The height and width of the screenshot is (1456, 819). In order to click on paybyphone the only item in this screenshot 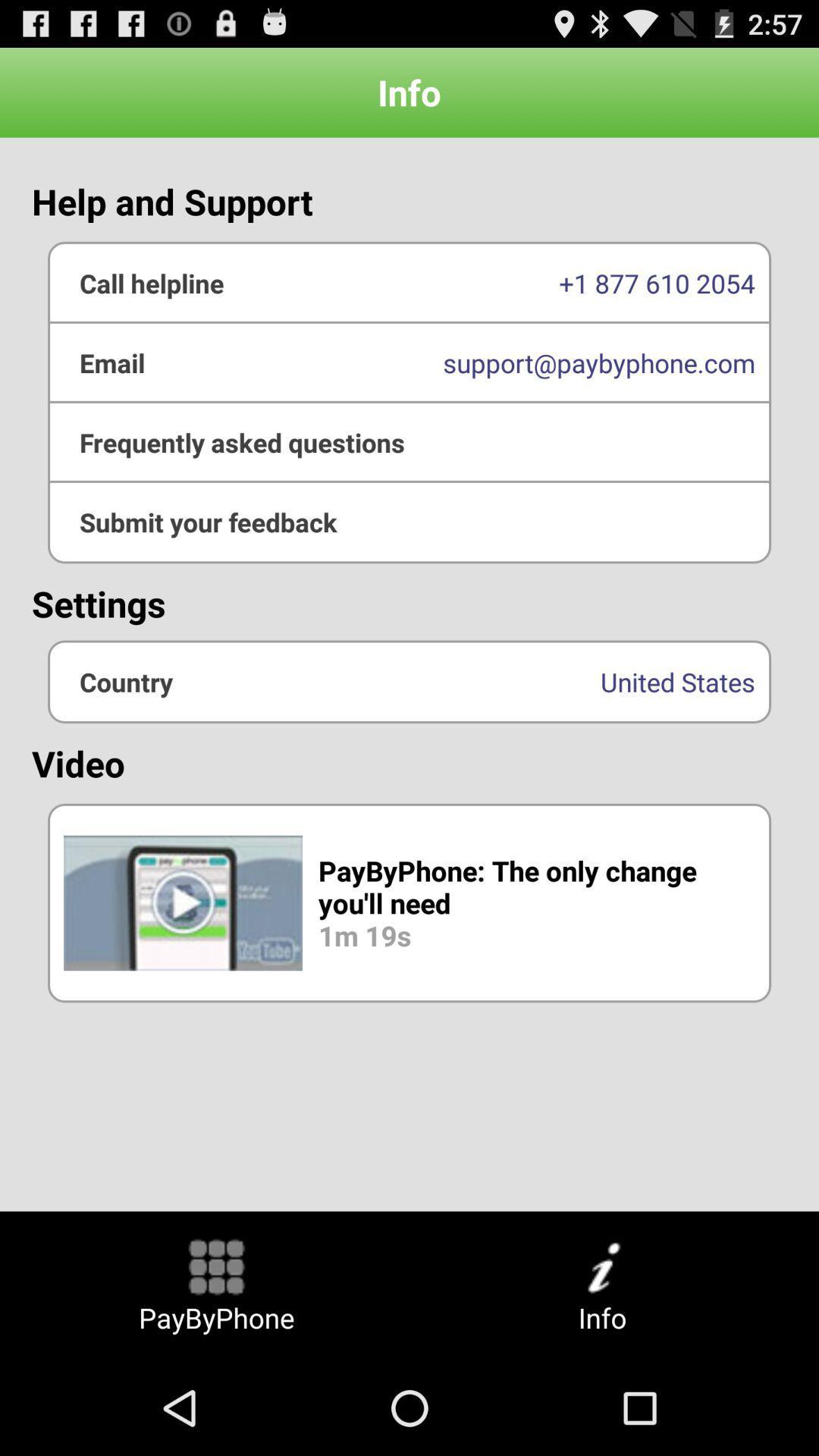, I will do `click(409, 902)`.